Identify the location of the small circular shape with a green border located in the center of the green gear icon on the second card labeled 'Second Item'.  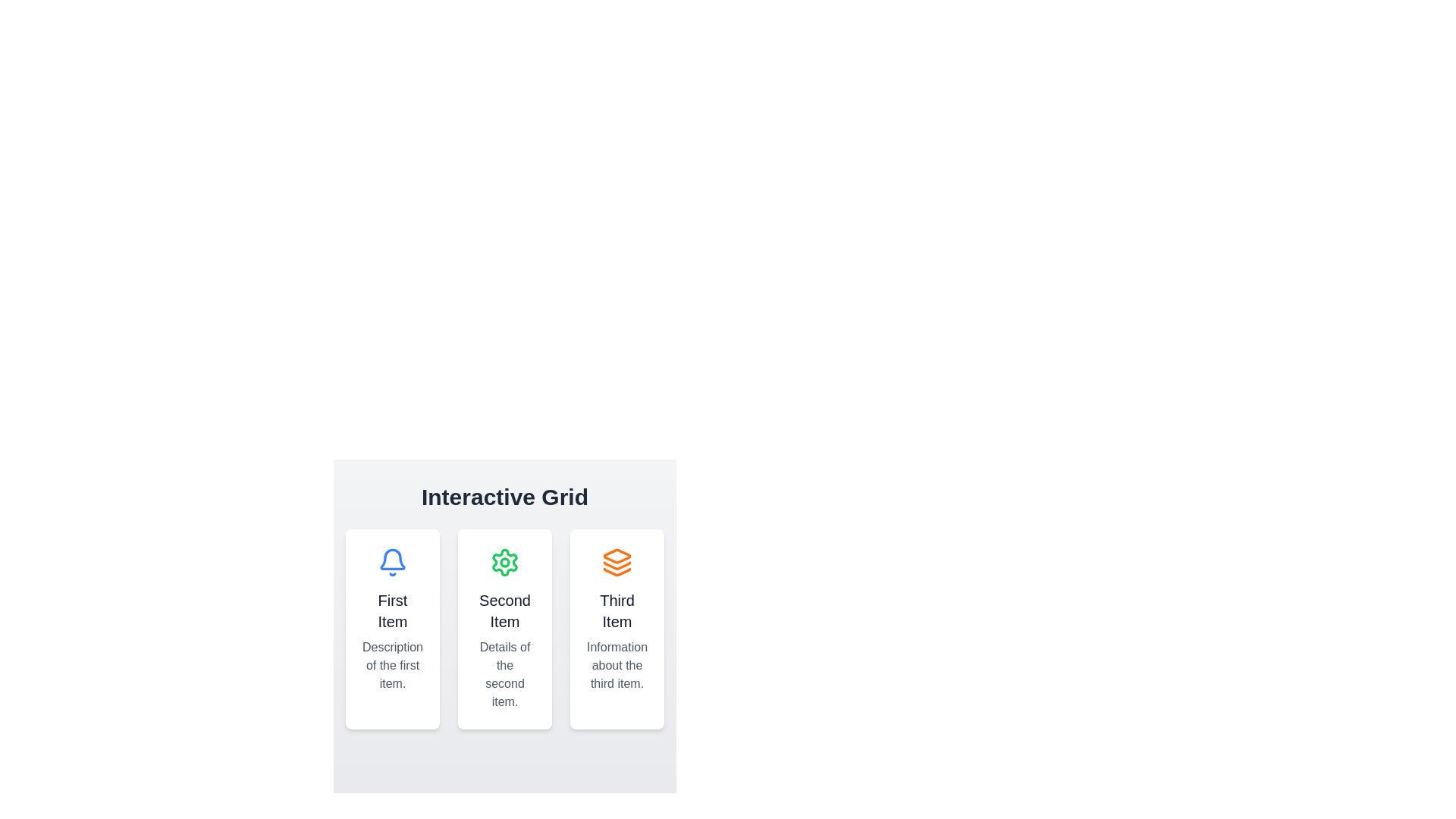
(505, 562).